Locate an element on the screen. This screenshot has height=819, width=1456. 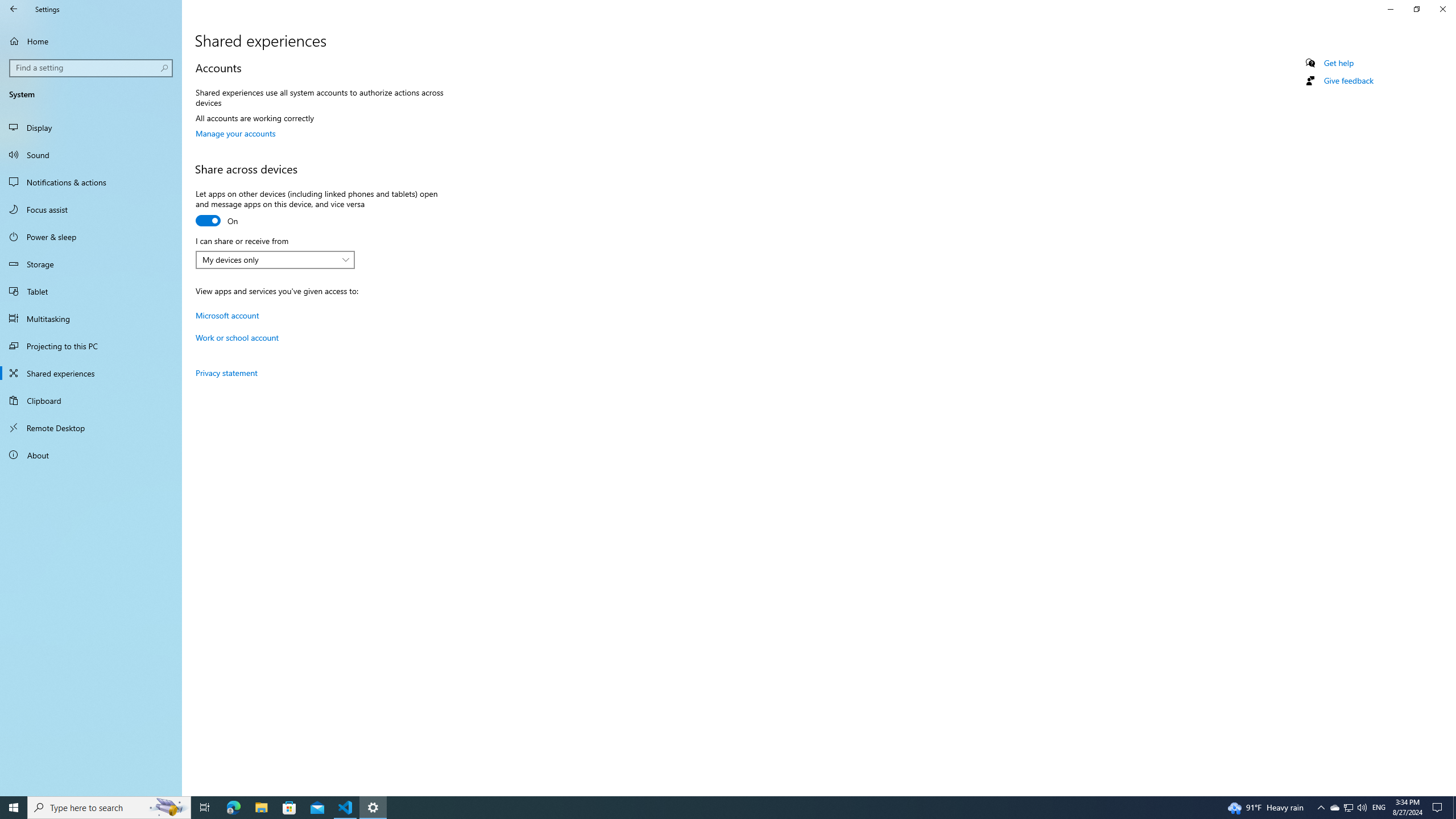
'Visual Studio Code - 1 running window' is located at coordinates (345, 806).